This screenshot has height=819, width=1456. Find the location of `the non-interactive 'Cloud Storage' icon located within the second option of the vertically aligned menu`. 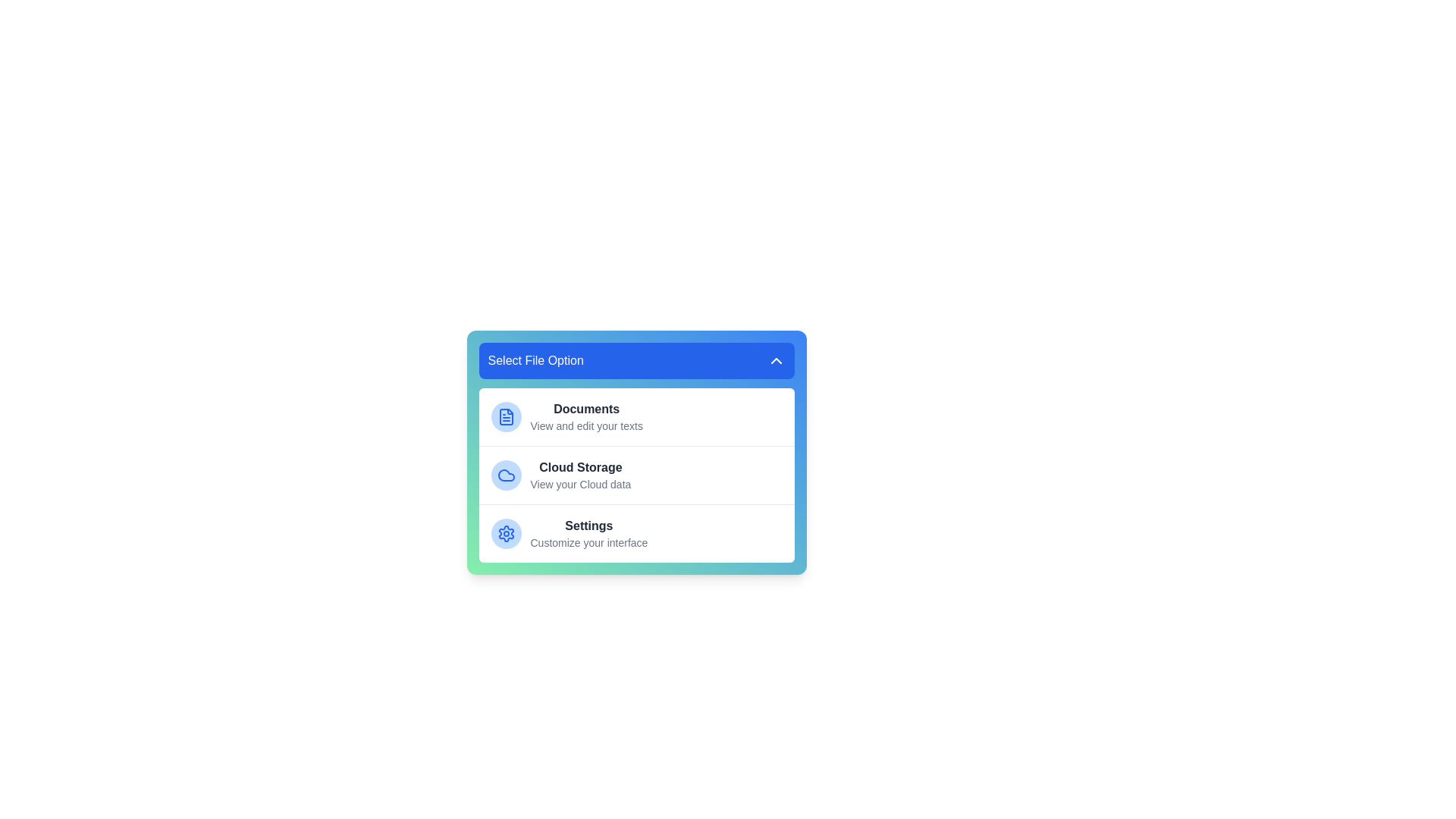

the non-interactive 'Cloud Storage' icon located within the second option of the vertically aligned menu is located at coordinates (506, 475).